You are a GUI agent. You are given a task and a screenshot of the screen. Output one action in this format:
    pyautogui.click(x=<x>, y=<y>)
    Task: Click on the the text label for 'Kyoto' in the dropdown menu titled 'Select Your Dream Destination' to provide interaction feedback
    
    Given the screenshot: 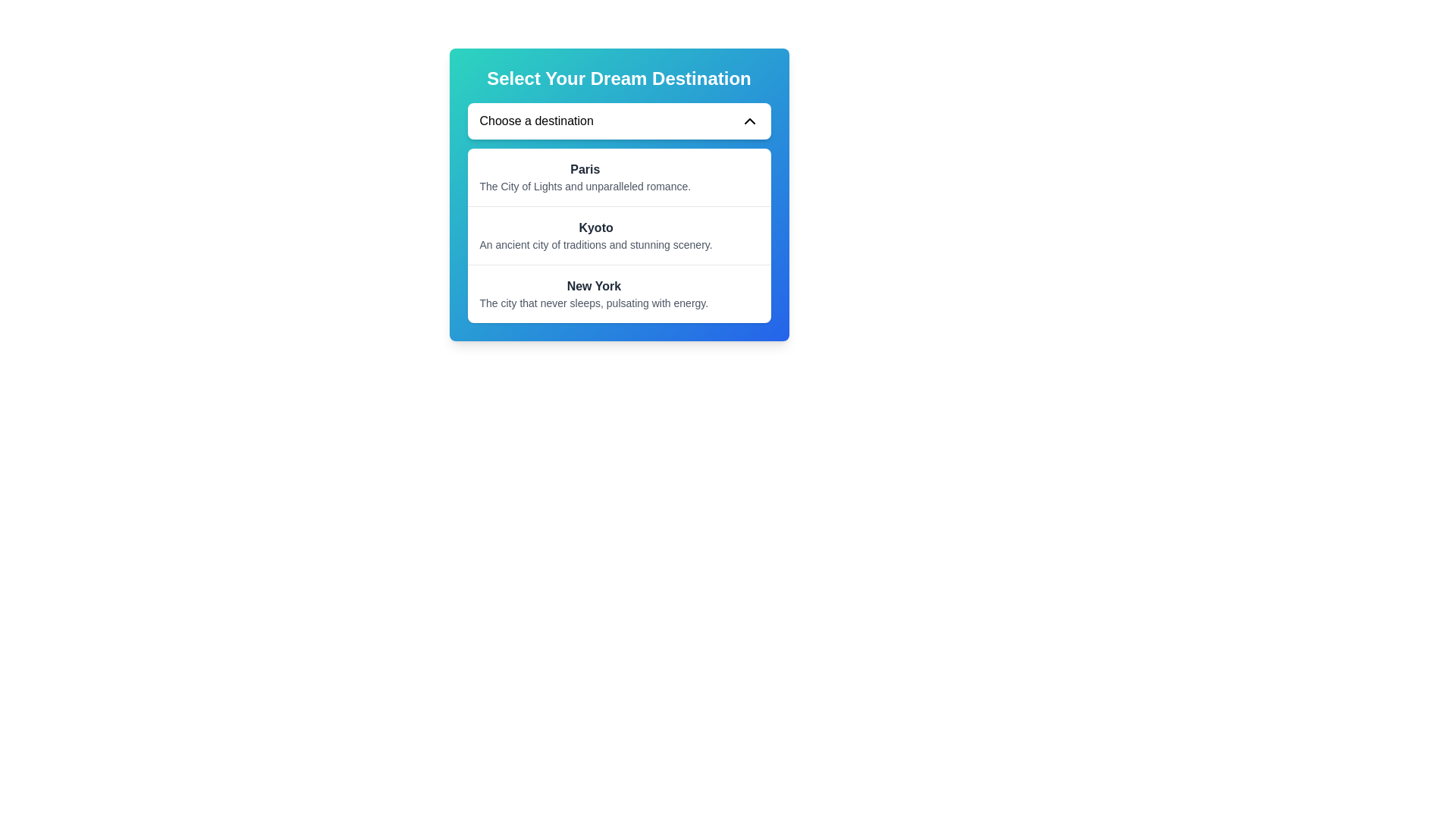 What is the action you would take?
    pyautogui.click(x=595, y=227)
    